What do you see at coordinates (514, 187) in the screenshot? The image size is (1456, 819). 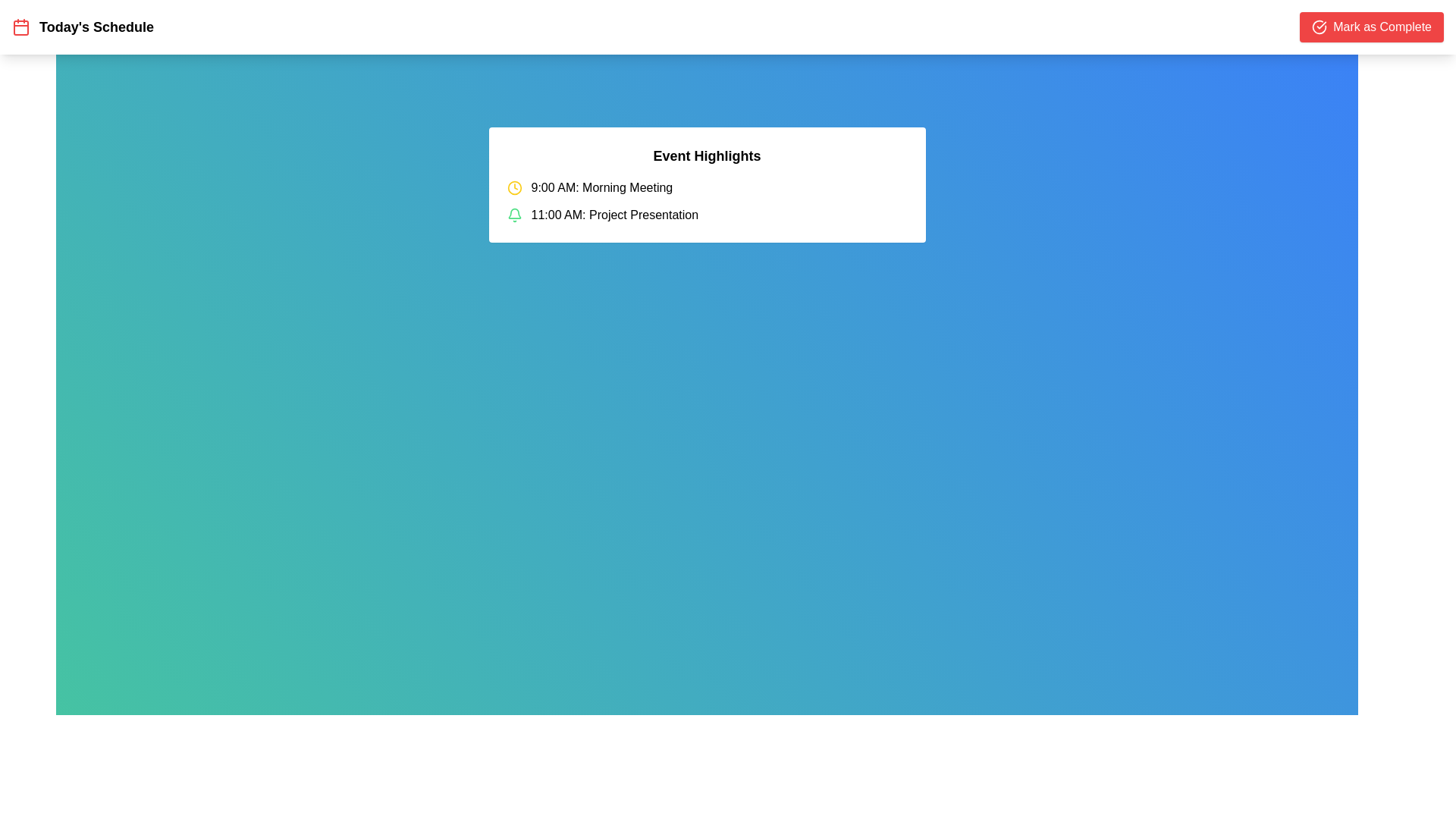 I see `the circular shape with a yellow border inside the clock icon representing the 9:00 AM event in the 'Event Highlights' section` at bounding box center [514, 187].